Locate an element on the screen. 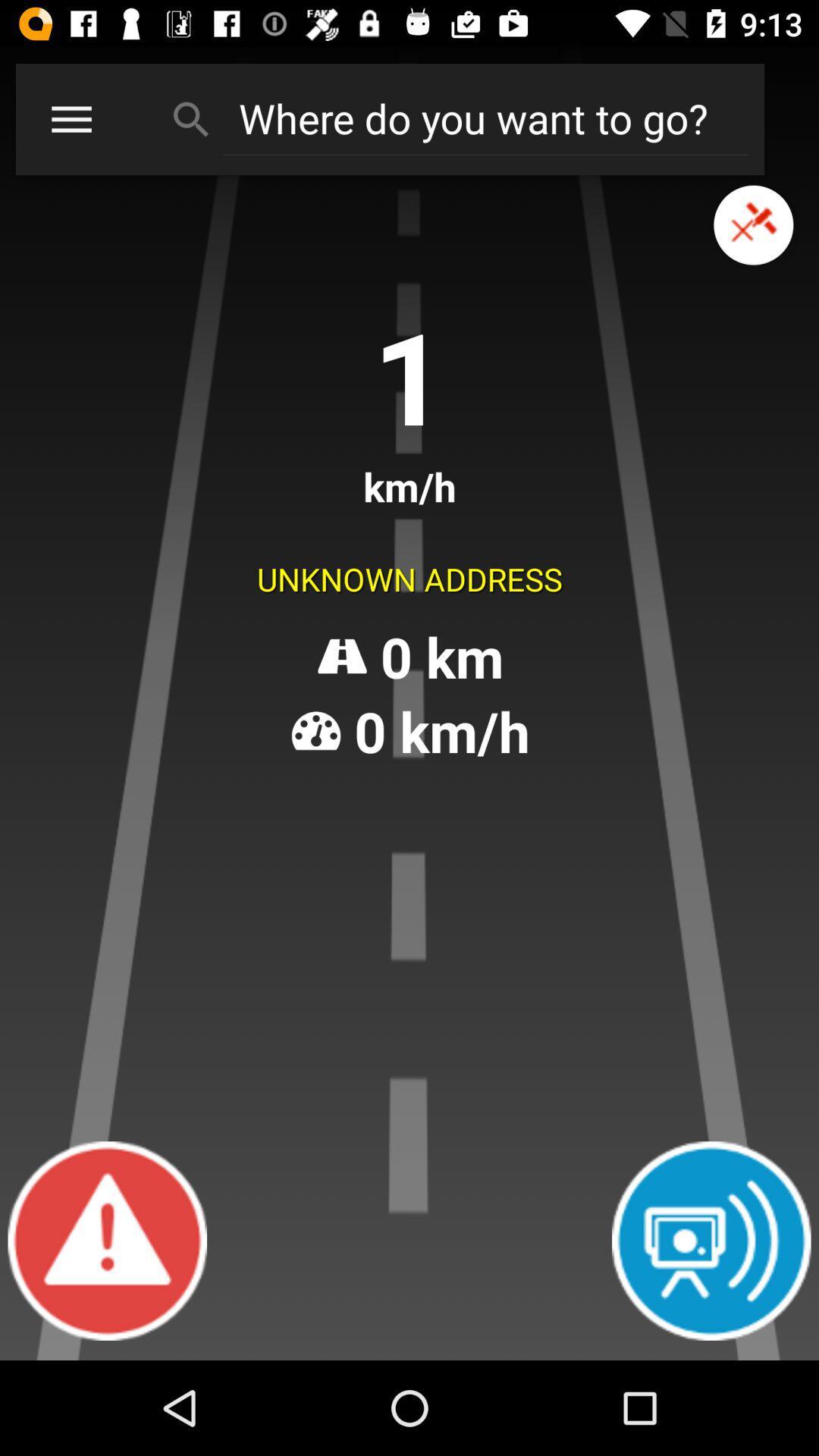 Image resolution: width=819 pixels, height=1456 pixels. destination field is located at coordinates (485, 118).